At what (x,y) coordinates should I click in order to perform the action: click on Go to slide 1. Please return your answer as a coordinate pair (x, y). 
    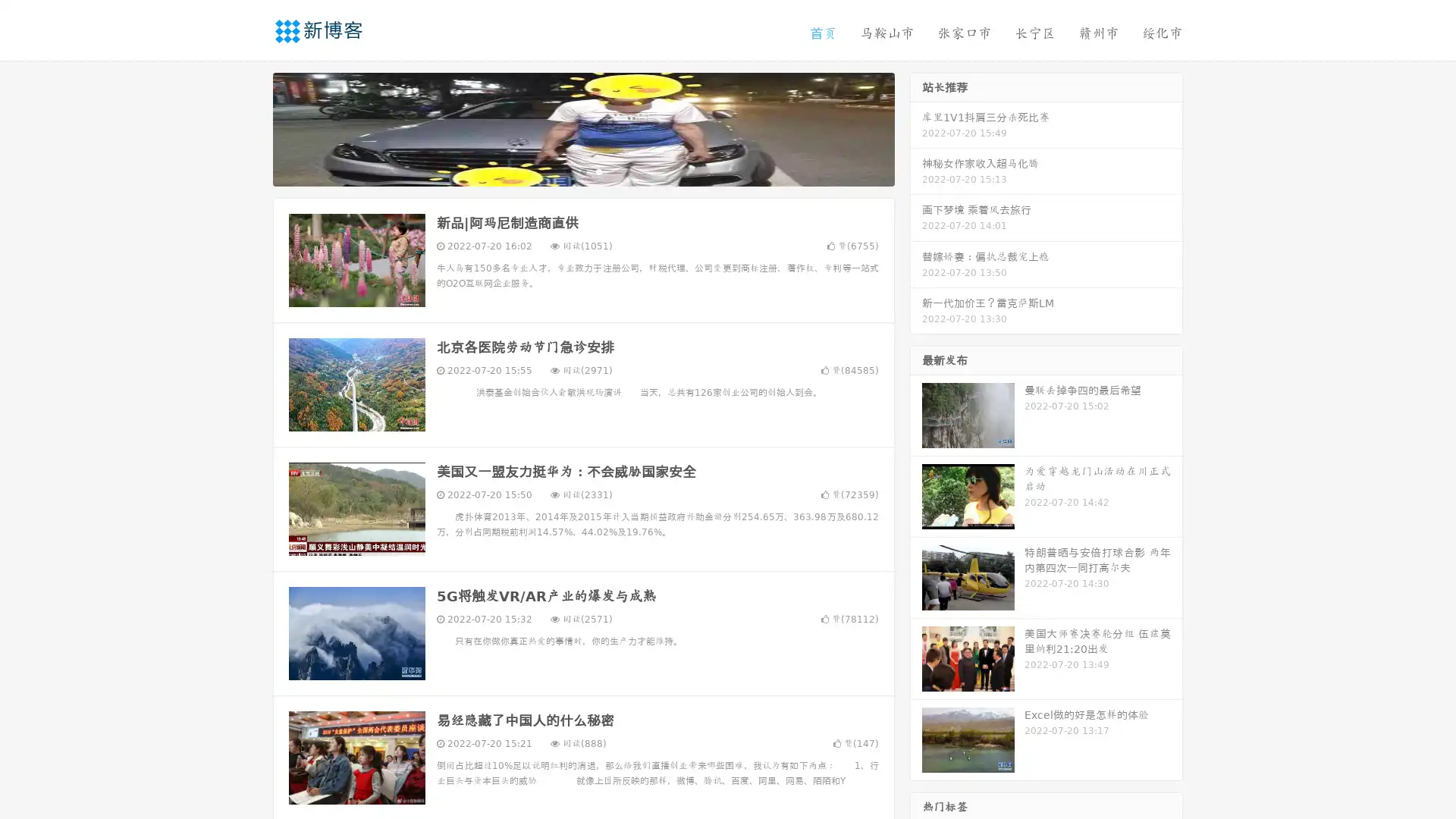
    Looking at the image, I should click on (567, 171).